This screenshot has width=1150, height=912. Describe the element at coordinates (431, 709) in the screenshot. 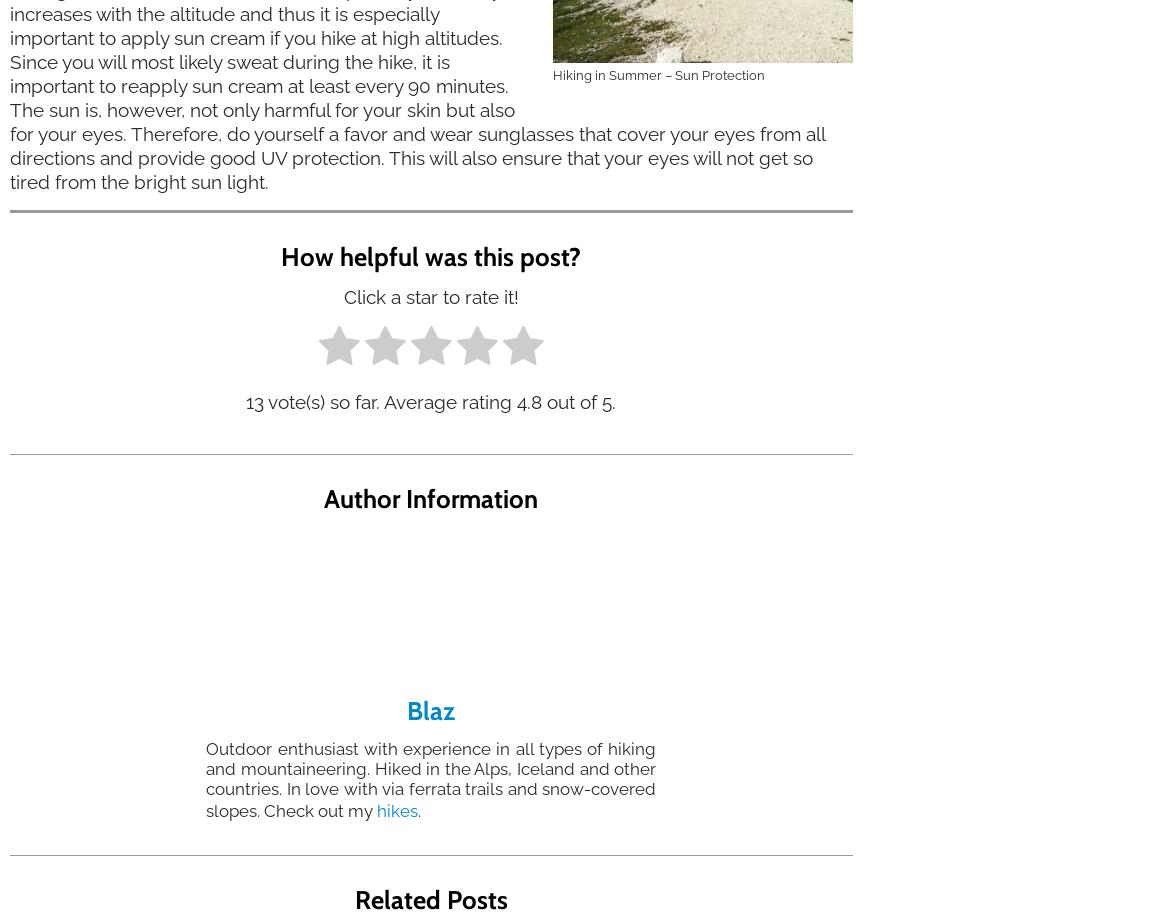

I see `'Blaz'` at that location.